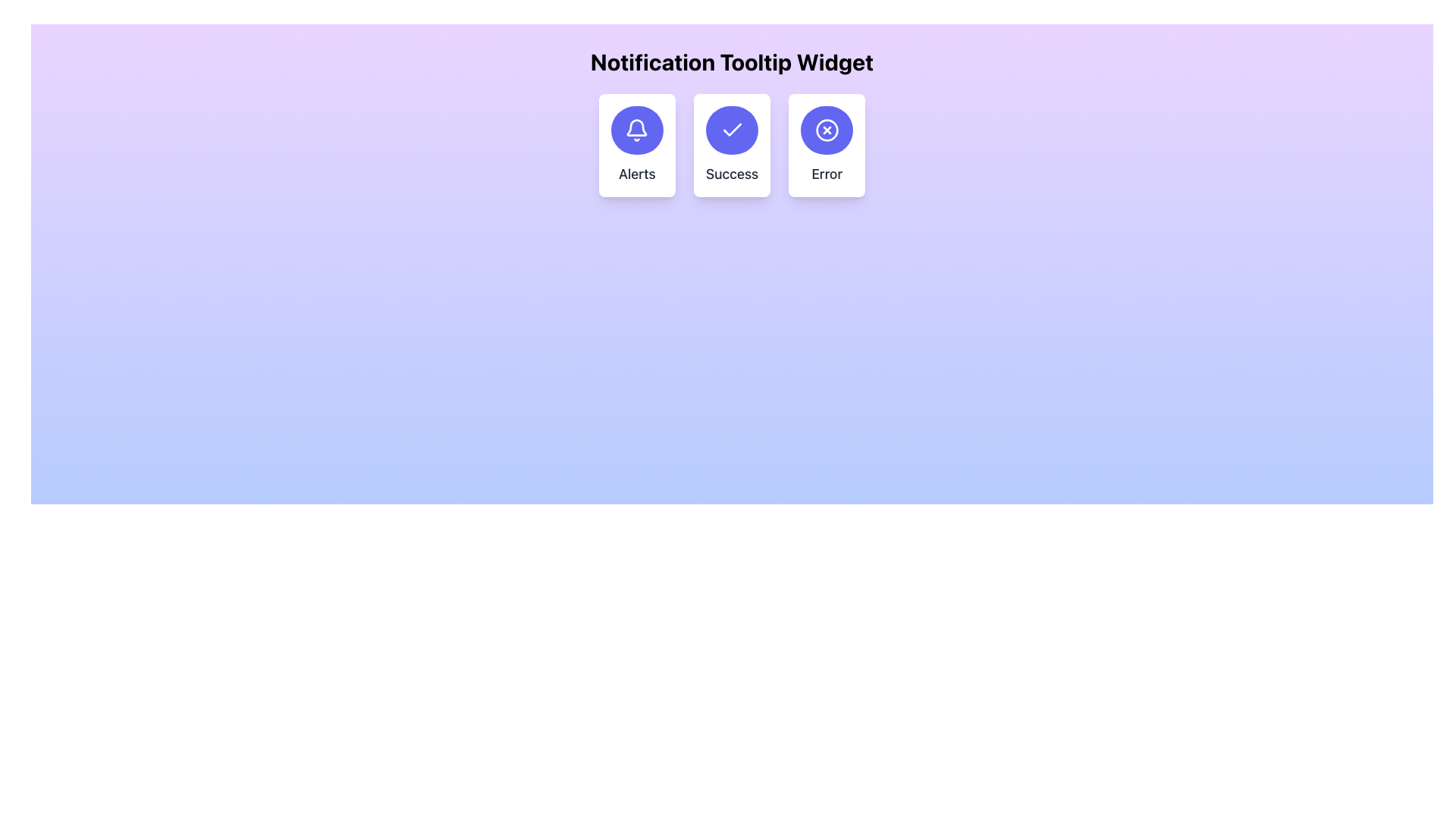 This screenshot has height=819, width=1456. Describe the element at coordinates (826, 174) in the screenshot. I see `the text label indicating an 'Error' state, positioned at the bottom center of the rightmost card, directly below the circular icon with an 'X' symbol` at that location.